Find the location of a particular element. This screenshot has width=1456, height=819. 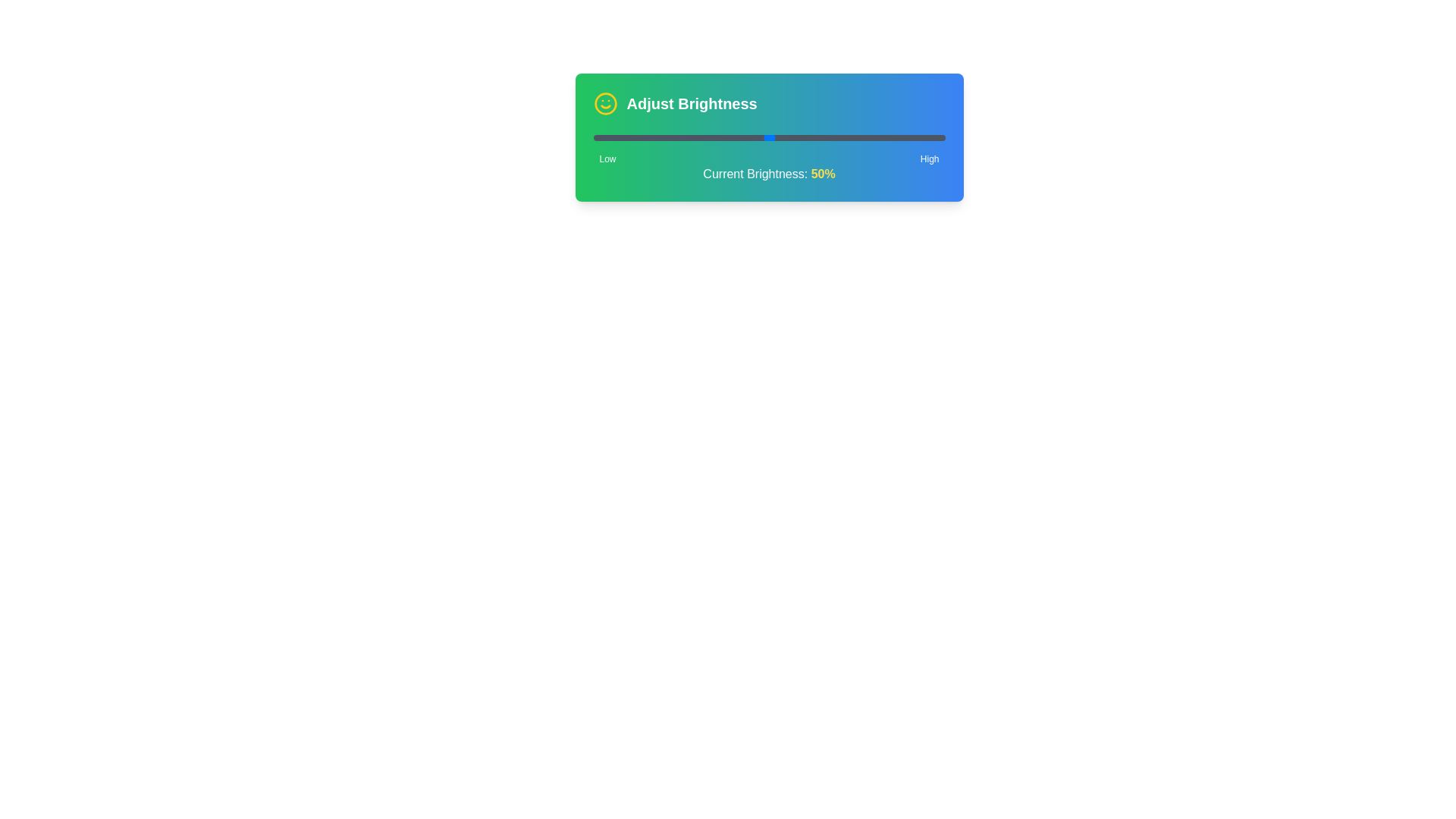

the brightness level to 3% using the slider is located at coordinates (603, 137).